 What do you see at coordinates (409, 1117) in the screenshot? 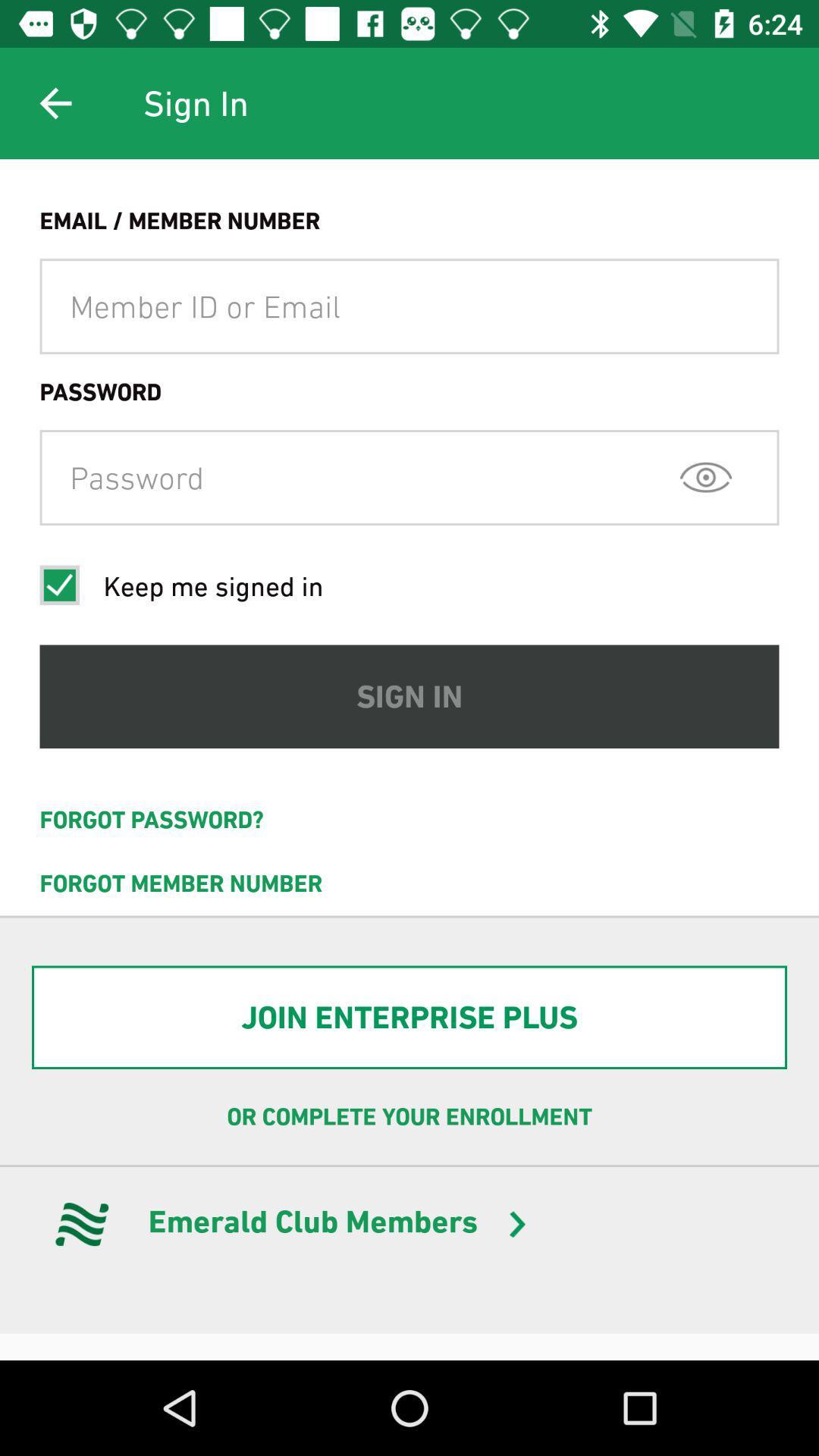
I see `the or complete your` at bounding box center [409, 1117].